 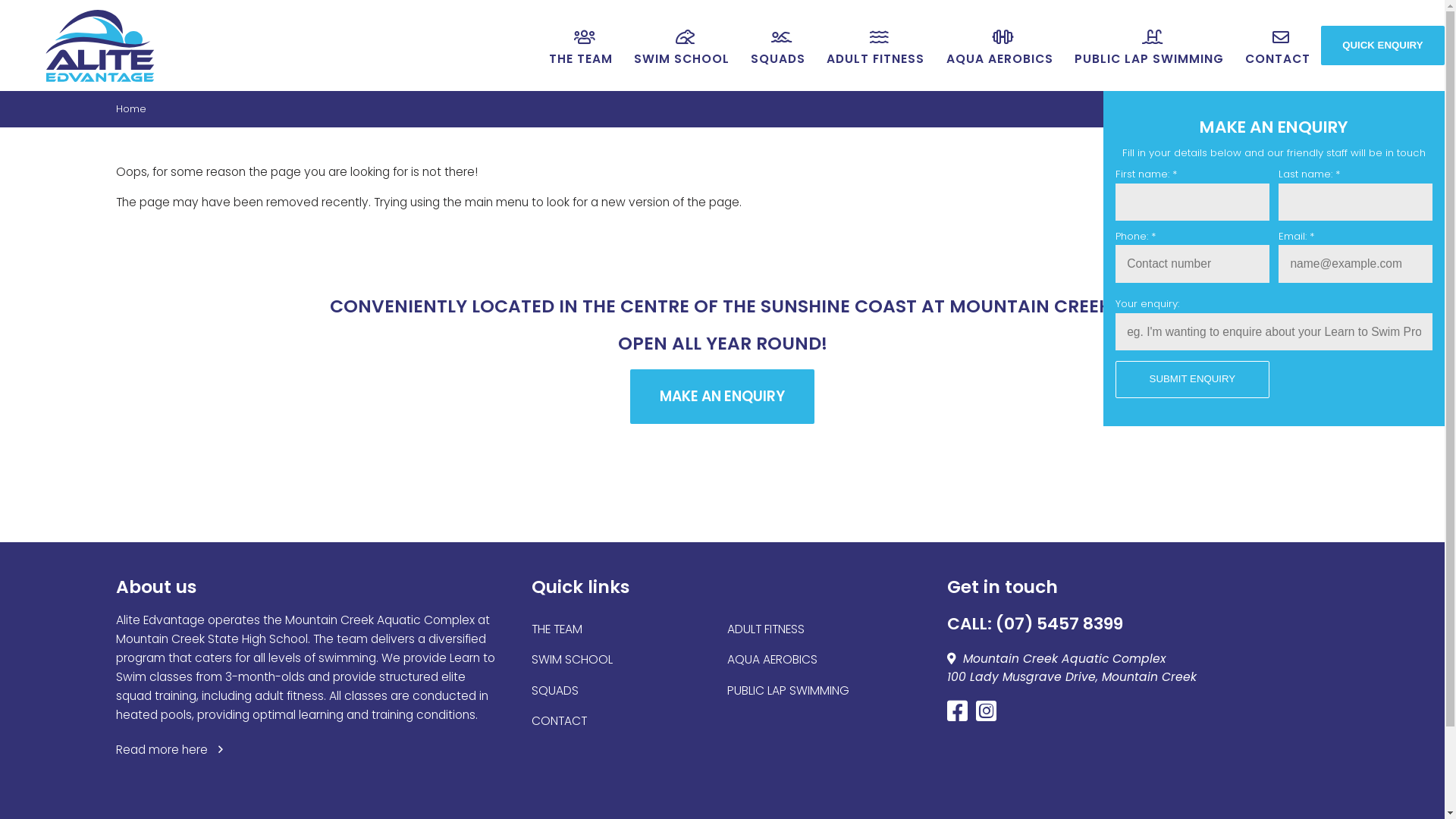 I want to click on 'CALL: (07) 5457 8399', so click(x=946, y=623).